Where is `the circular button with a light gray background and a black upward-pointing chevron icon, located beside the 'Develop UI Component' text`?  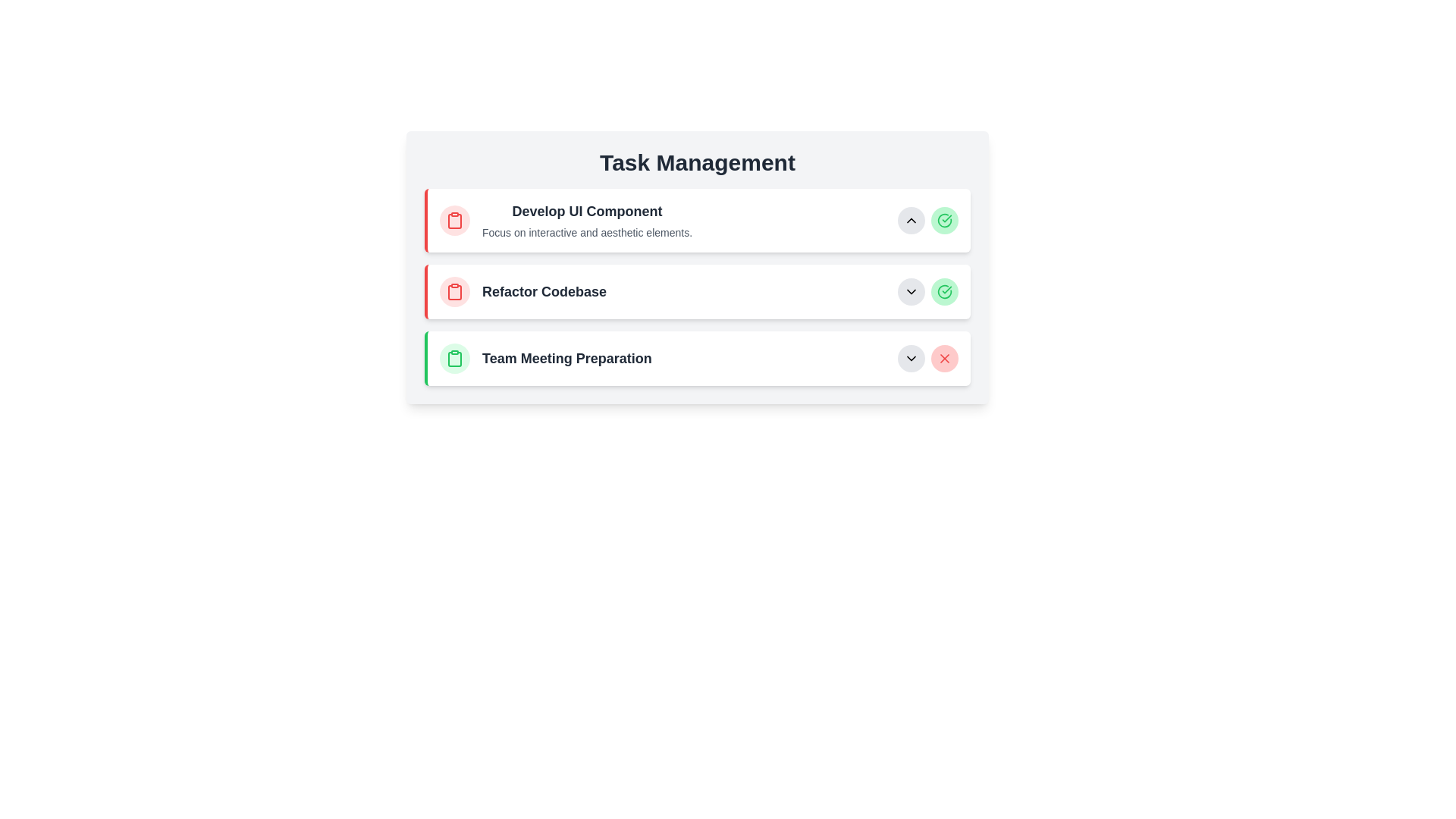
the circular button with a light gray background and a black upward-pointing chevron icon, located beside the 'Develop UI Component' text is located at coordinates (910, 220).